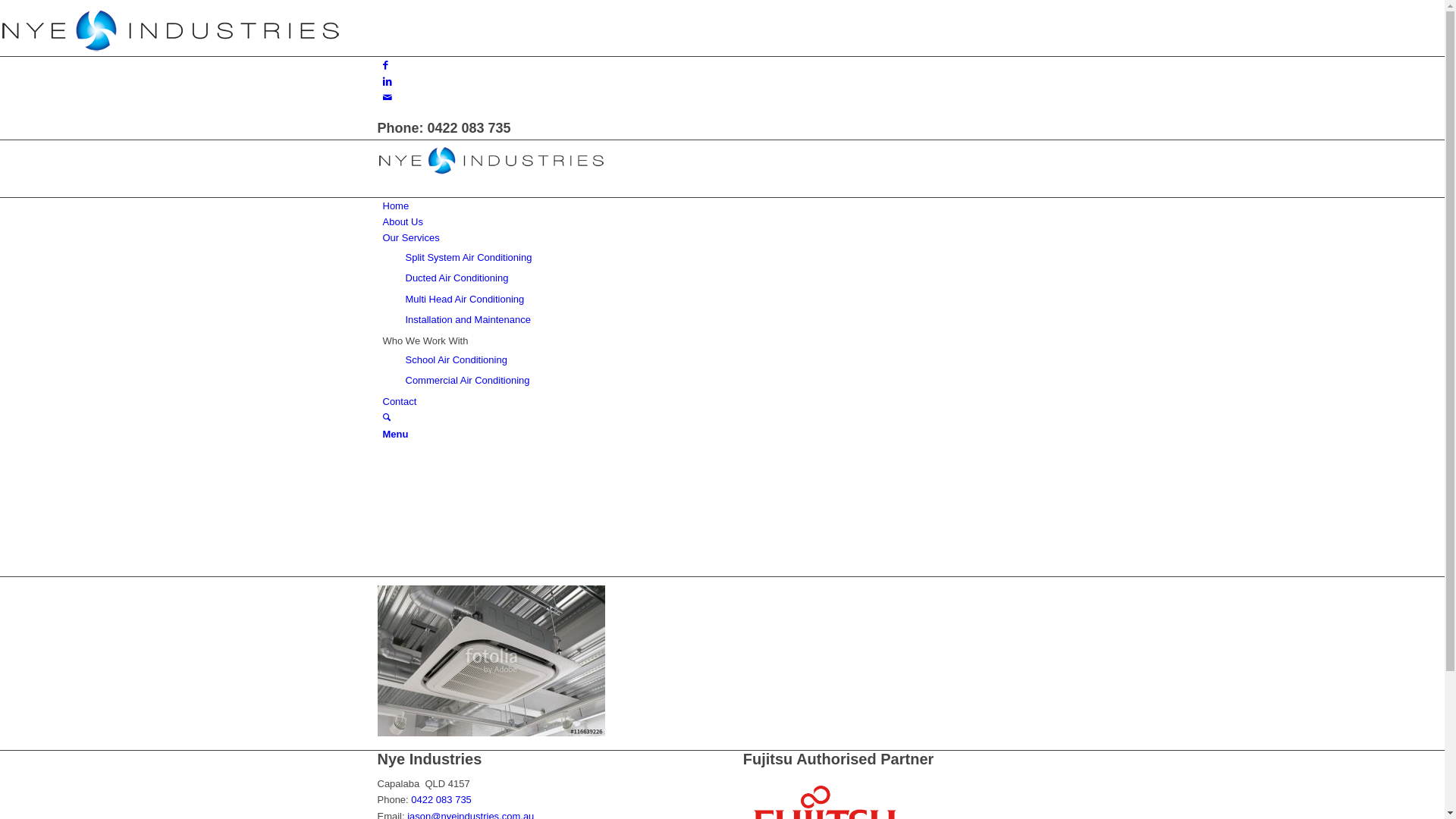 This screenshot has height=819, width=1456. What do you see at coordinates (382, 237) in the screenshot?
I see `'Our Services'` at bounding box center [382, 237].